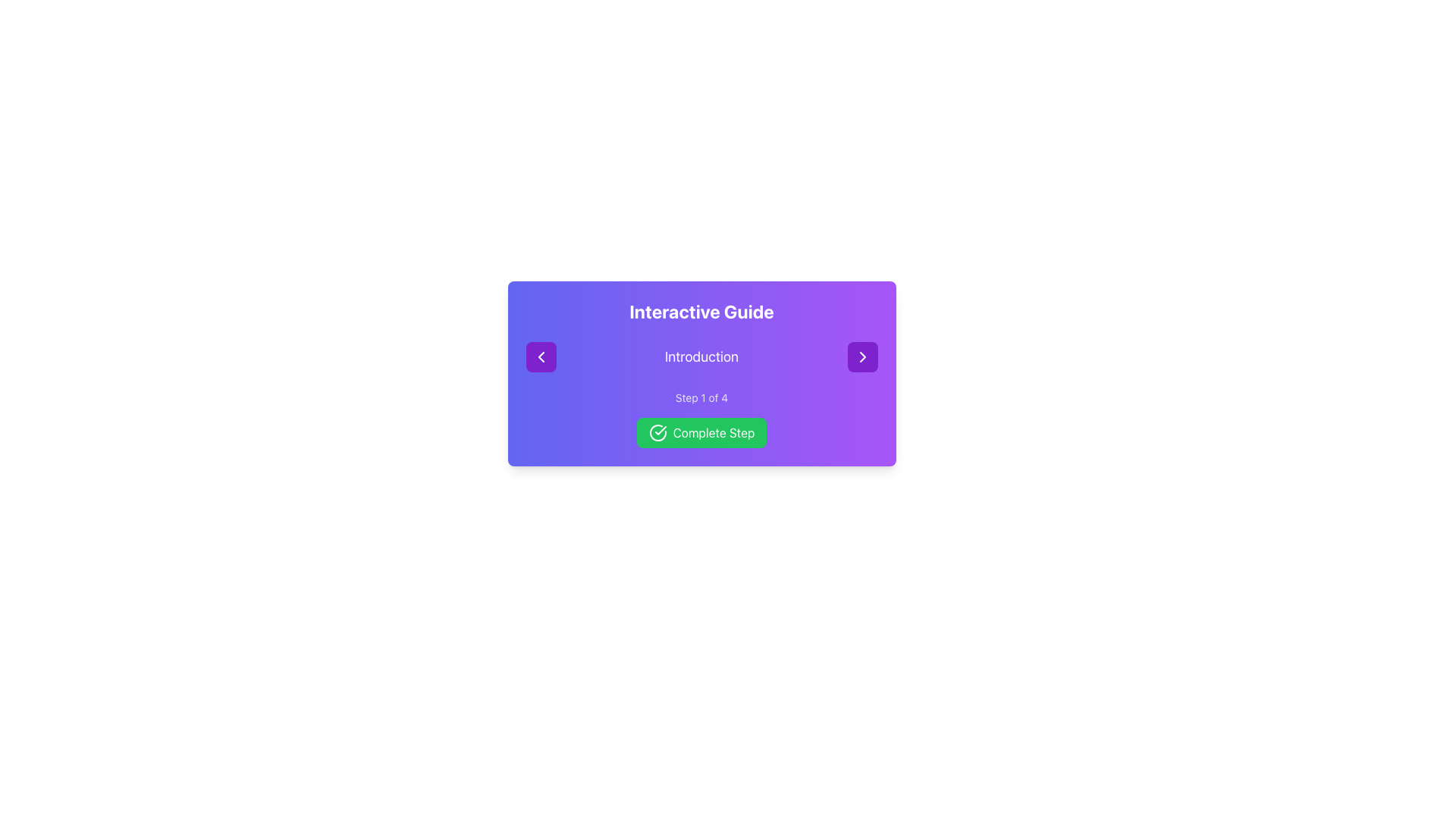  I want to click on the square button with rounded corners and a purple background featuring a left-facing arrow icon, so click(541, 356).